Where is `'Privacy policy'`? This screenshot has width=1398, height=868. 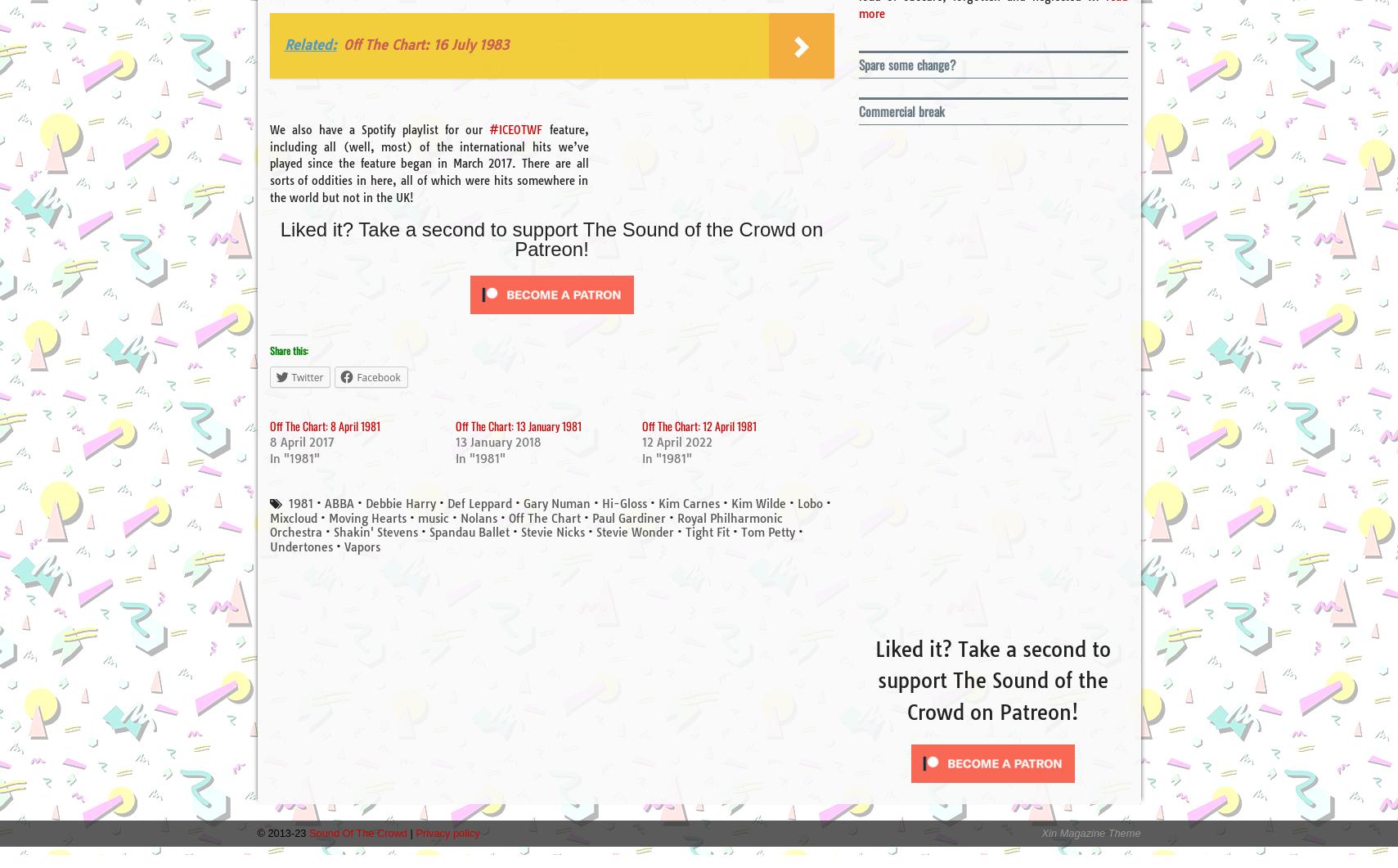
'Privacy policy' is located at coordinates (447, 832).